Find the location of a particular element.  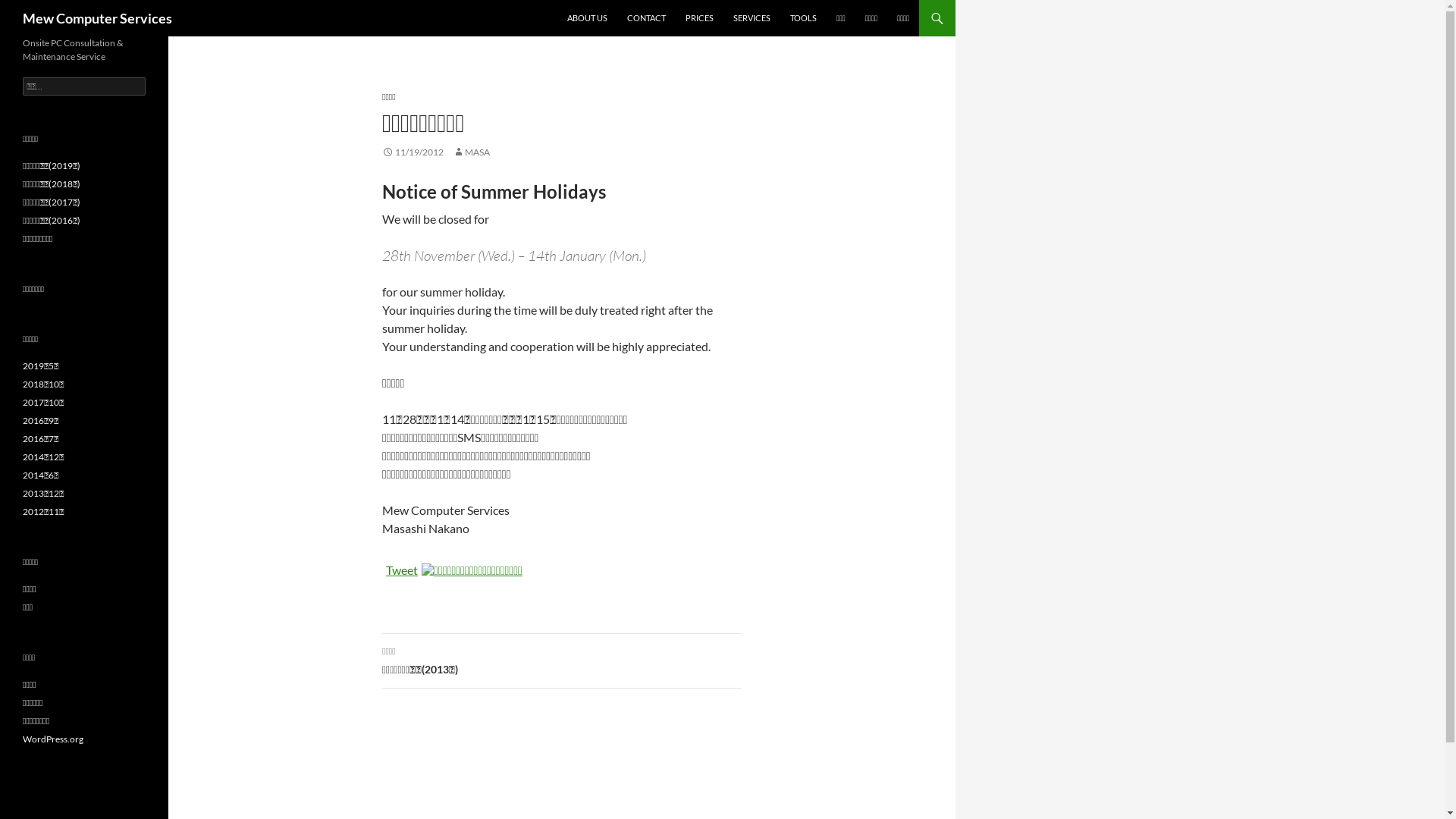

'Mew Computer Services' is located at coordinates (96, 17).